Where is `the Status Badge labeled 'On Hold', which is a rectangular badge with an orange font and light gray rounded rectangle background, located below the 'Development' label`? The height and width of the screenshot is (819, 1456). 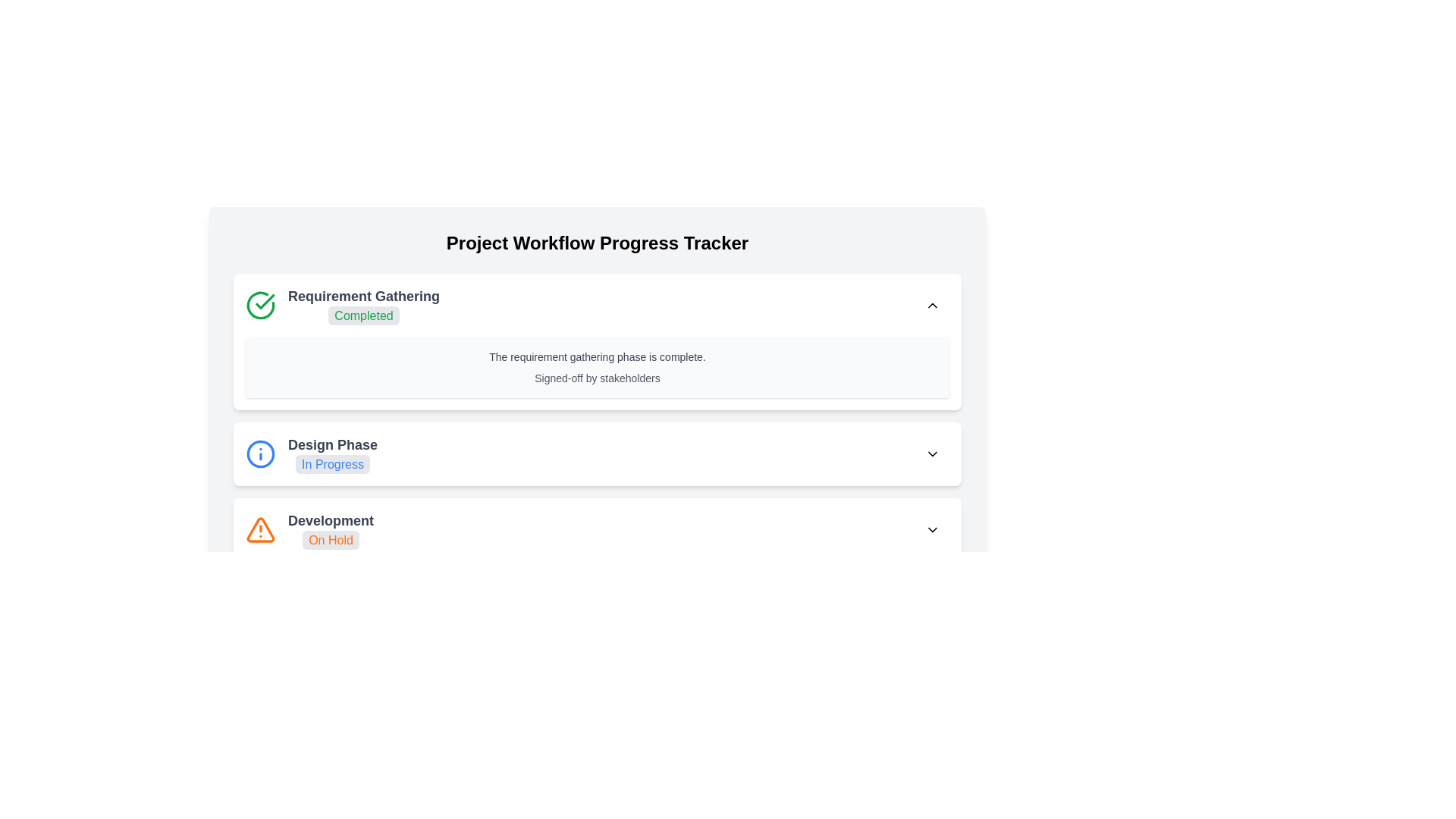
the Status Badge labeled 'On Hold', which is a rectangular badge with an orange font and light gray rounded rectangle background, located below the 'Development' label is located at coordinates (330, 539).